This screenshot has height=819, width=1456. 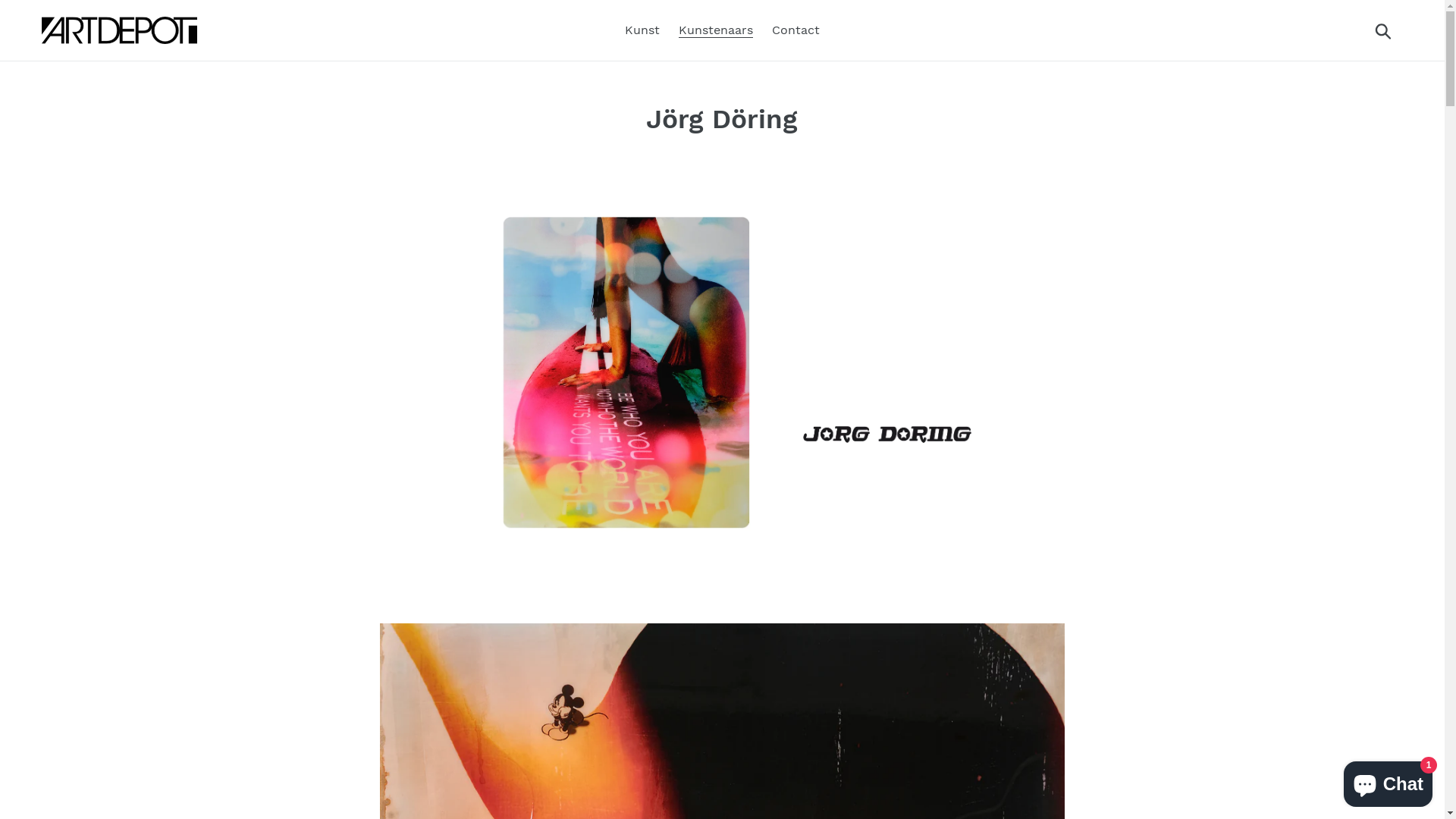 What do you see at coordinates (617, 30) in the screenshot?
I see `'Kunst'` at bounding box center [617, 30].